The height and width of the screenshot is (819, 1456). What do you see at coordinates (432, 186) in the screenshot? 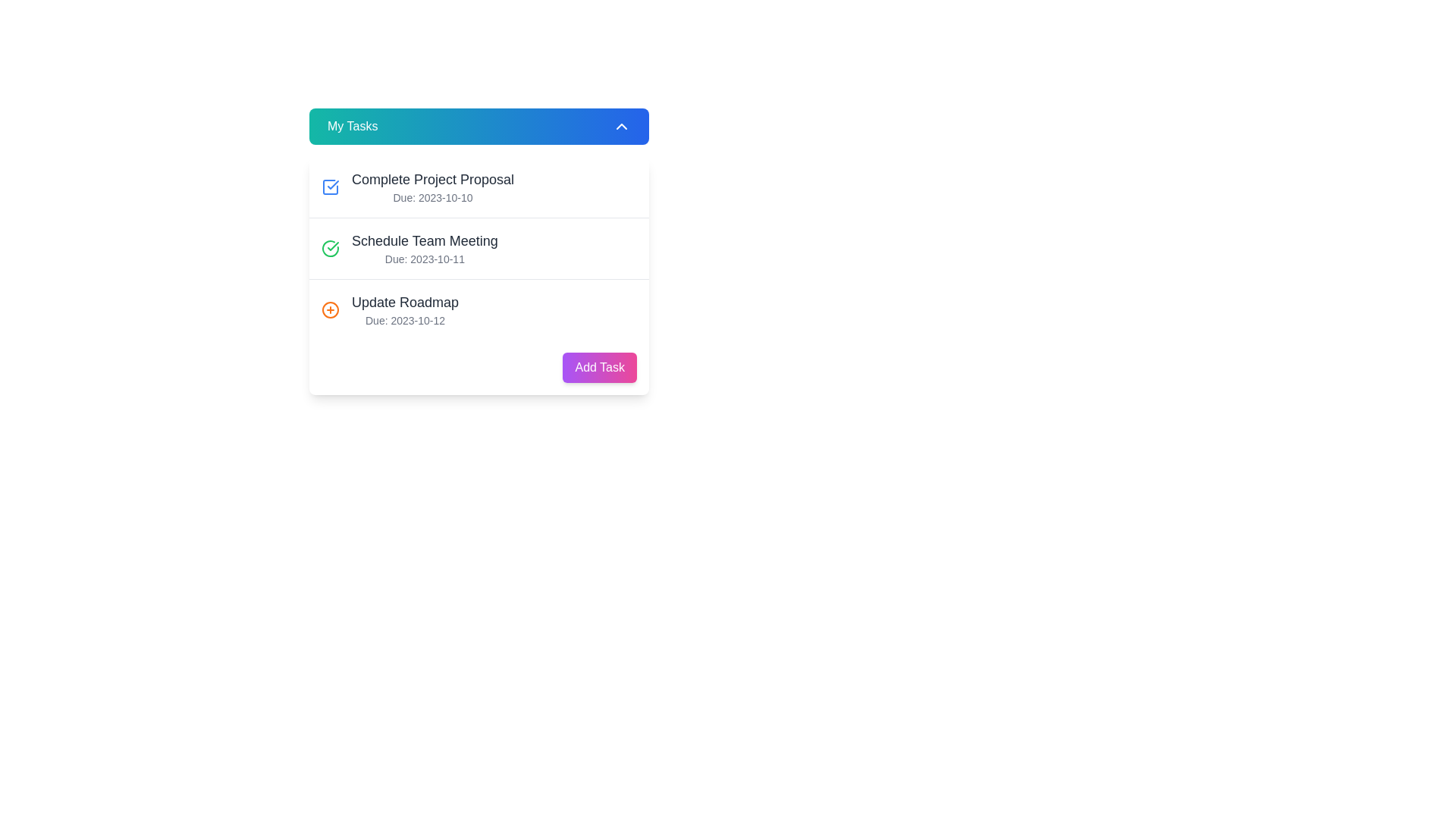
I see `the task item display titled 'Complete Project Proposal'` at bounding box center [432, 186].